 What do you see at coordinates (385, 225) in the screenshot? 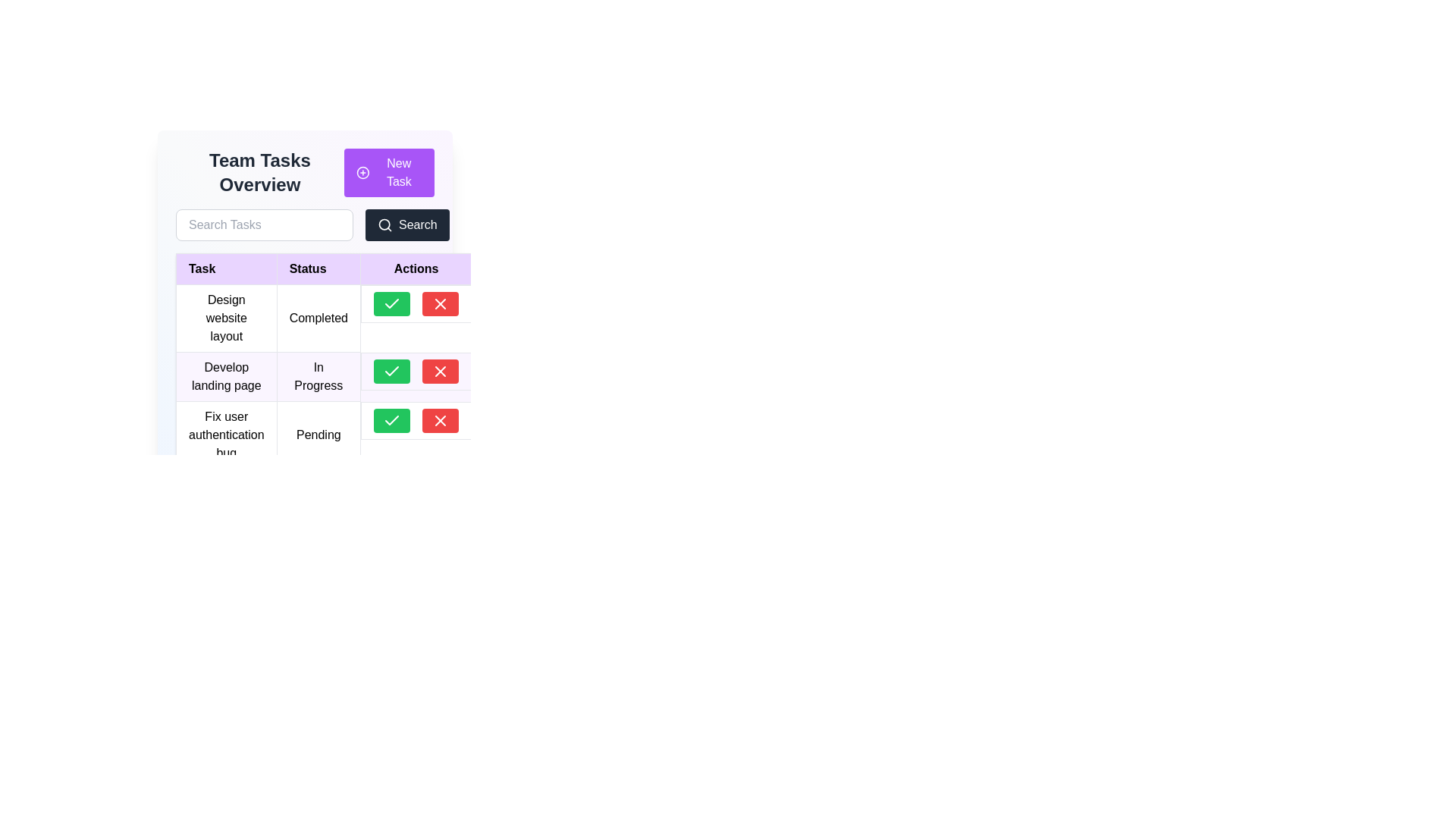
I see `the search icon located within the 'Search' button` at bounding box center [385, 225].